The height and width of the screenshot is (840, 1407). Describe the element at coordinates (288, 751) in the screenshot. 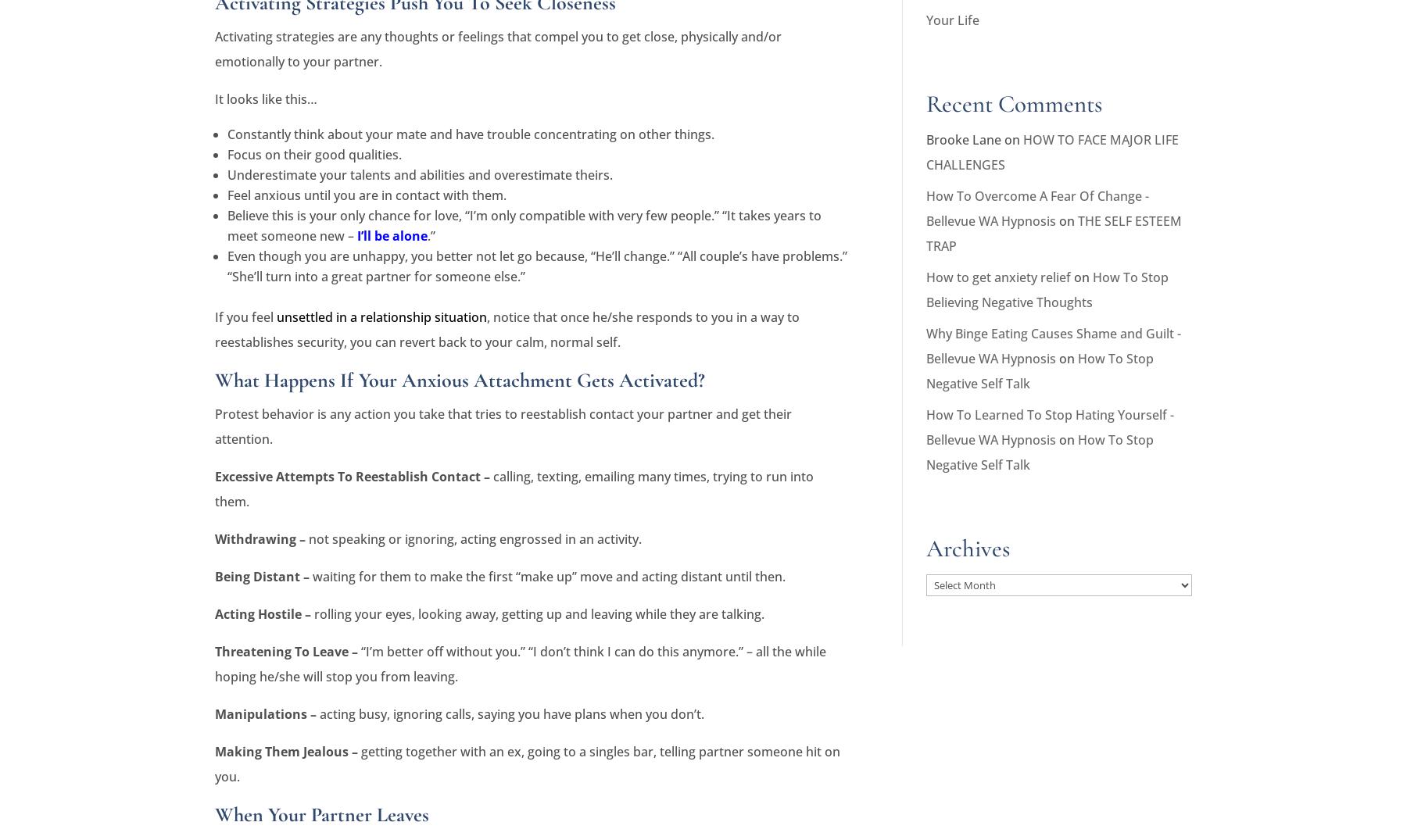

I see `'Making Them Jealous –'` at that location.